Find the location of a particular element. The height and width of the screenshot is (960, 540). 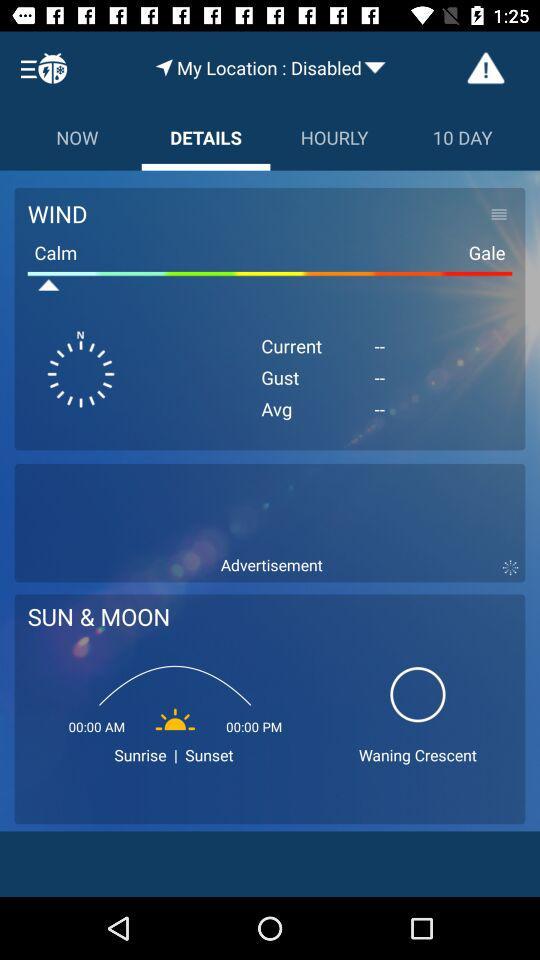

the icon beside my location is located at coordinates (163, 67).